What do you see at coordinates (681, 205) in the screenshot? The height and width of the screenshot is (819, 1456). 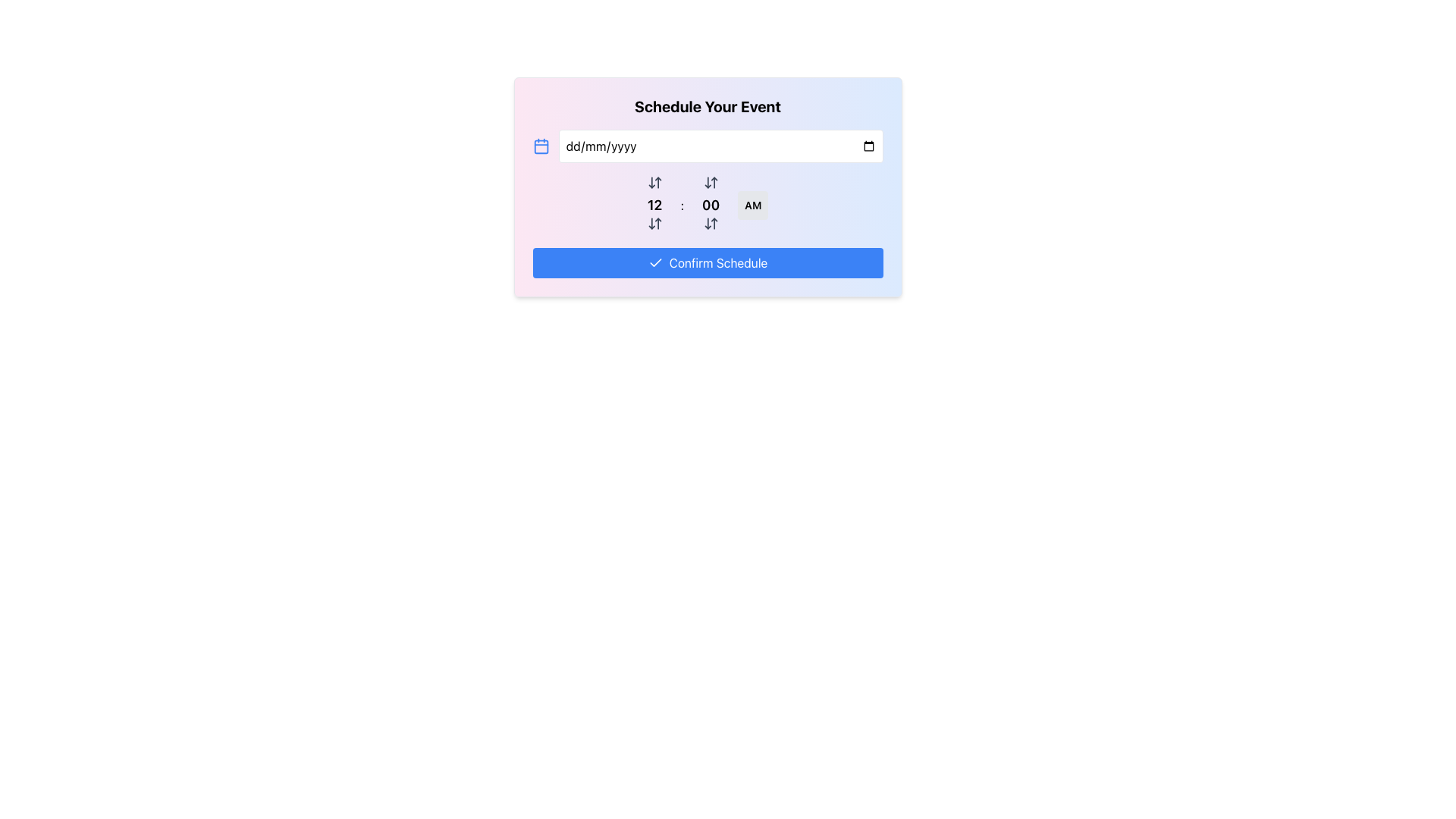 I see `the central text label that separates hours and minutes in the time setting interface, positioned between the numeric elements '12' and '00'` at bounding box center [681, 205].